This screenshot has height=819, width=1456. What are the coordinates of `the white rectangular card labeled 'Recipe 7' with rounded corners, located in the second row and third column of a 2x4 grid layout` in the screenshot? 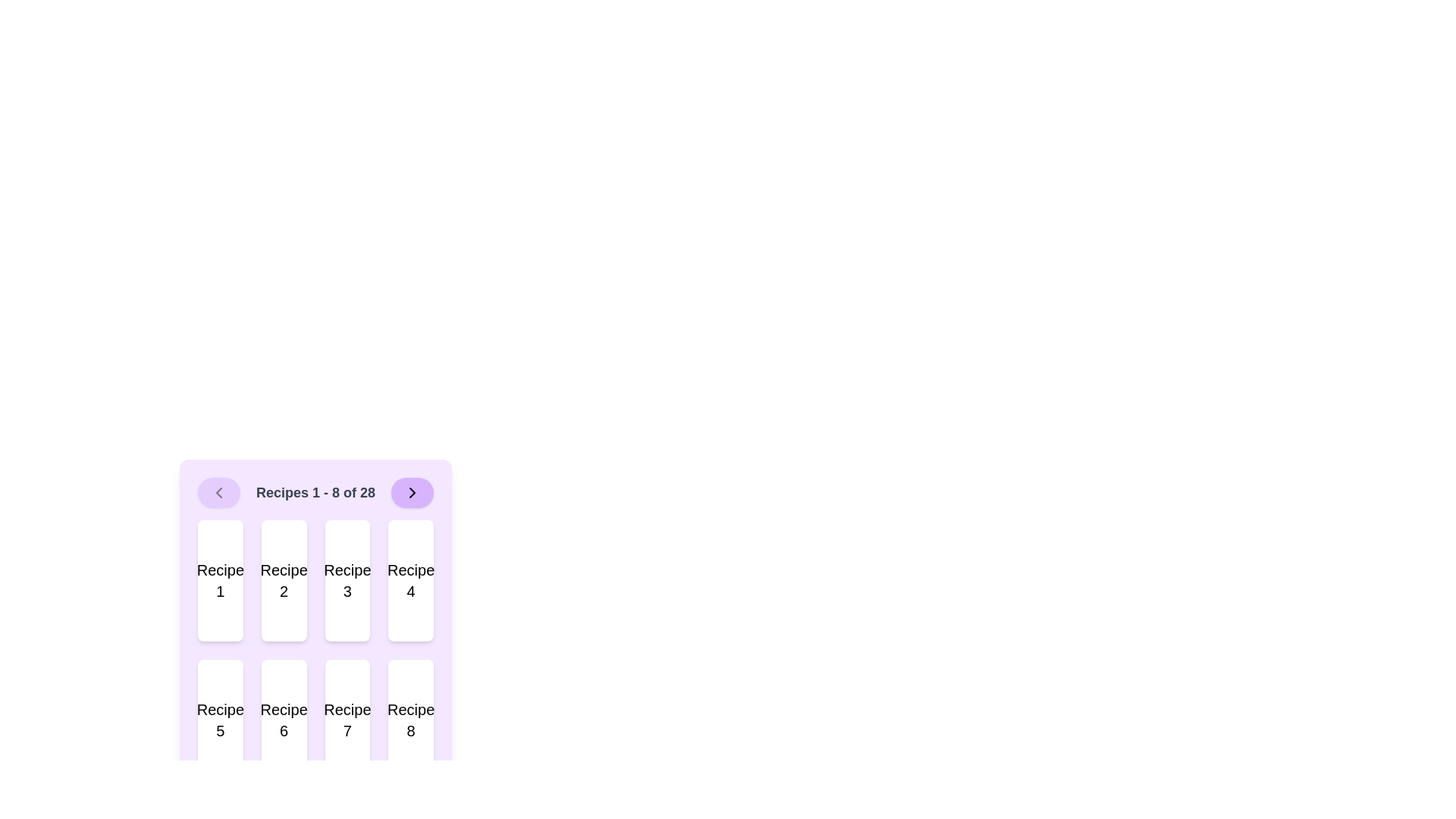 It's located at (347, 719).